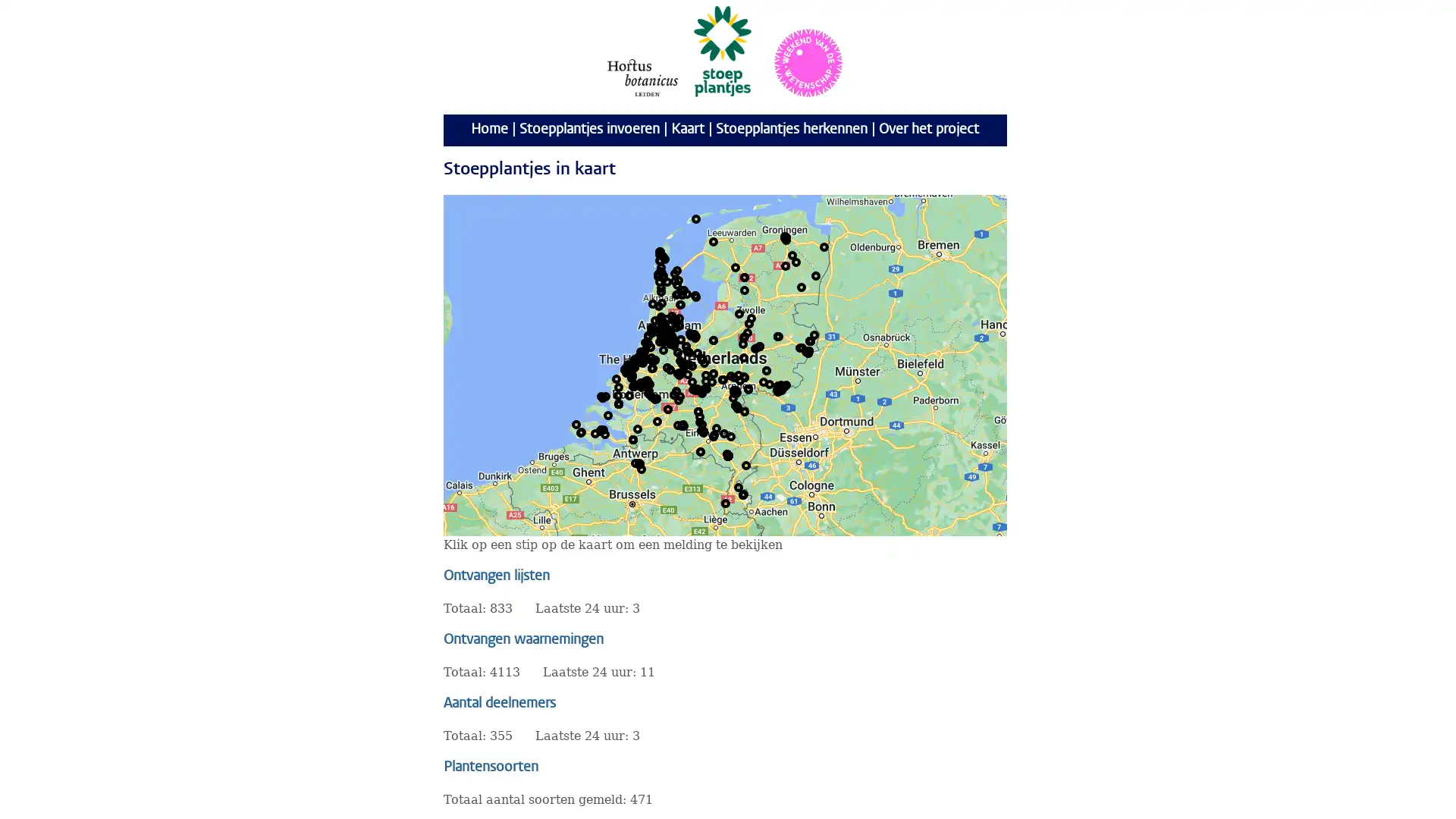 The width and height of the screenshot is (1456, 819). What do you see at coordinates (634, 359) in the screenshot?
I see `Telling van Esther op 30 mei 2022` at bounding box center [634, 359].